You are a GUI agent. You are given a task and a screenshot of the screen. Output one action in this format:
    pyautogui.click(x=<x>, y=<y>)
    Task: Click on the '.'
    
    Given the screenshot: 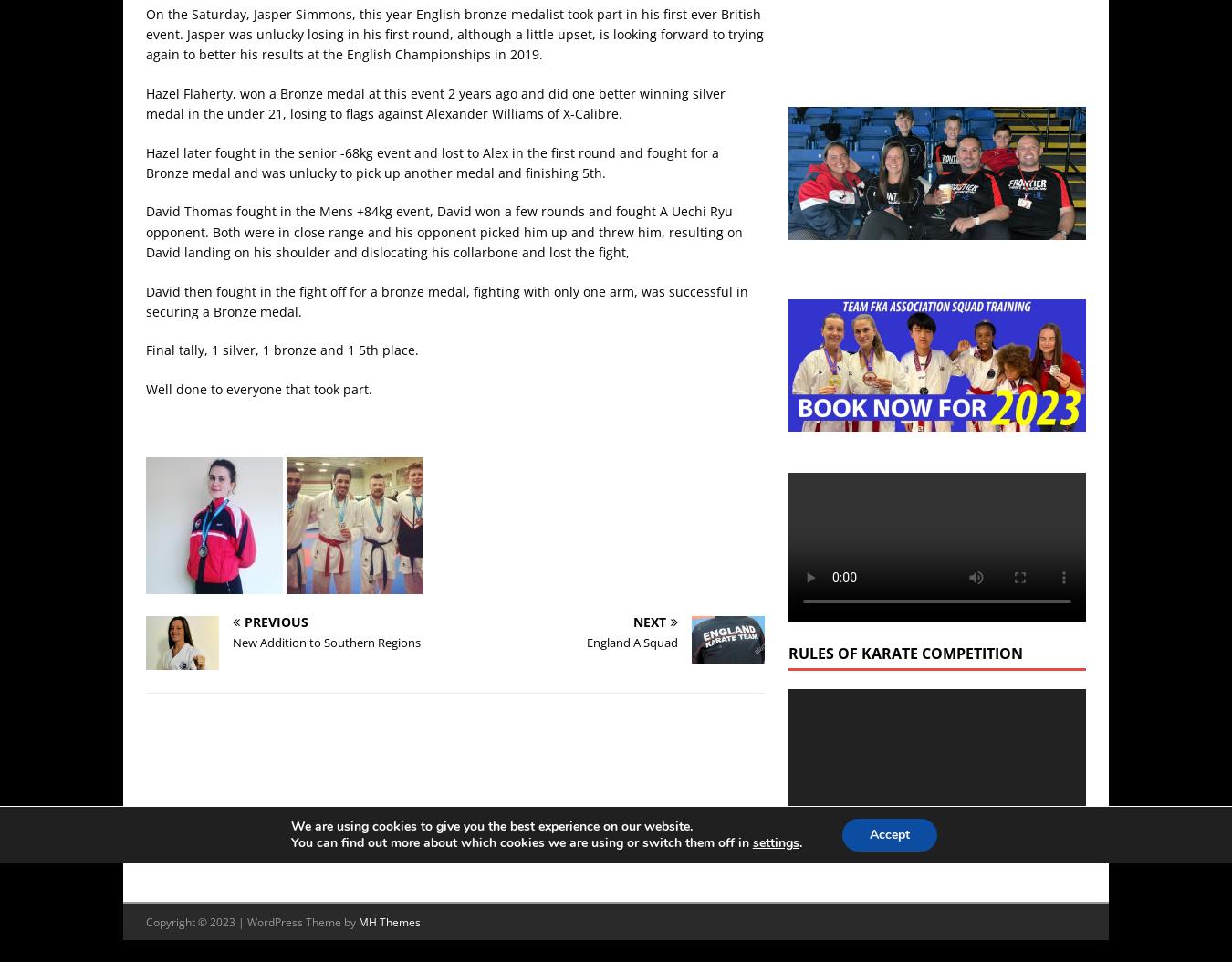 What is the action you would take?
    pyautogui.click(x=798, y=842)
    